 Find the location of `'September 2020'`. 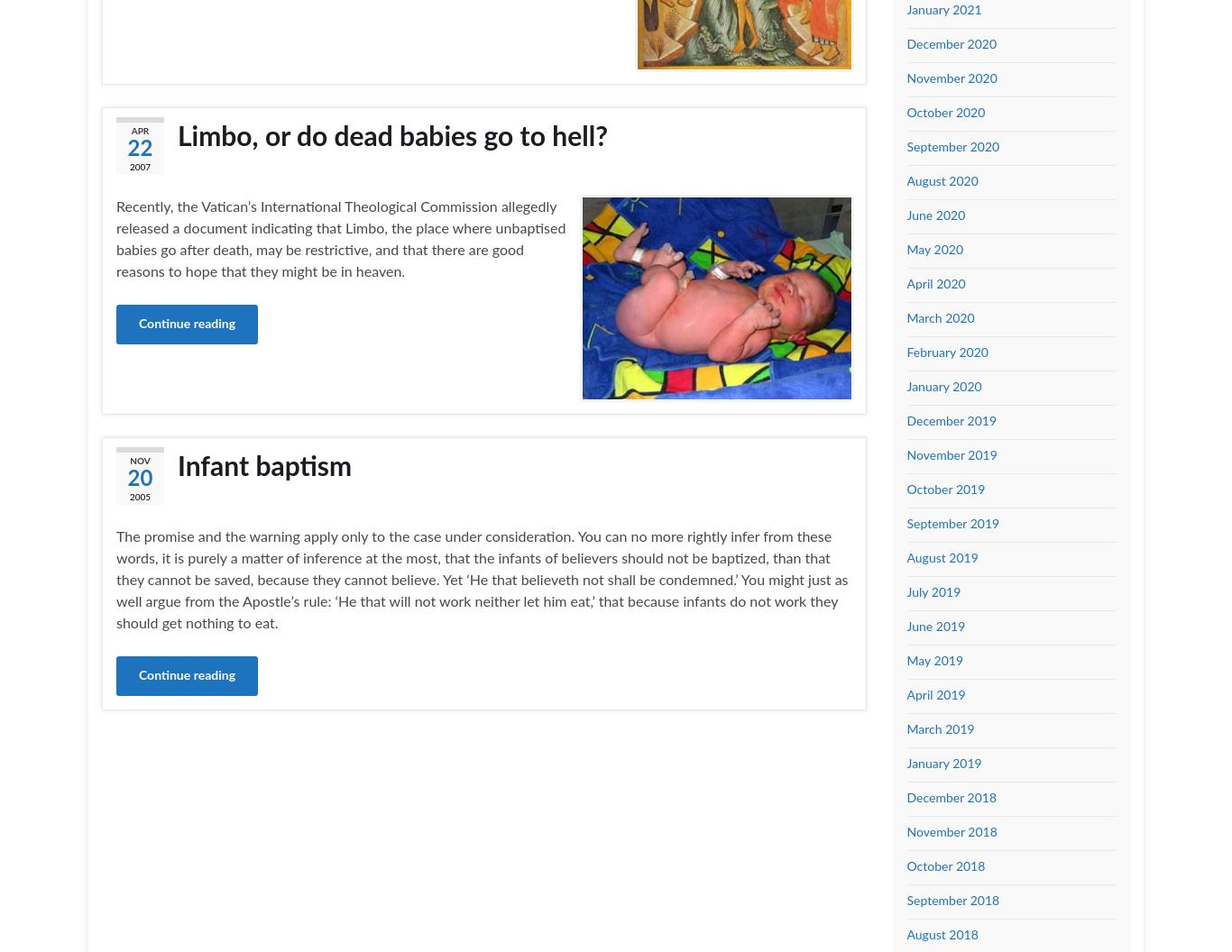

'September 2020' is located at coordinates (906, 147).